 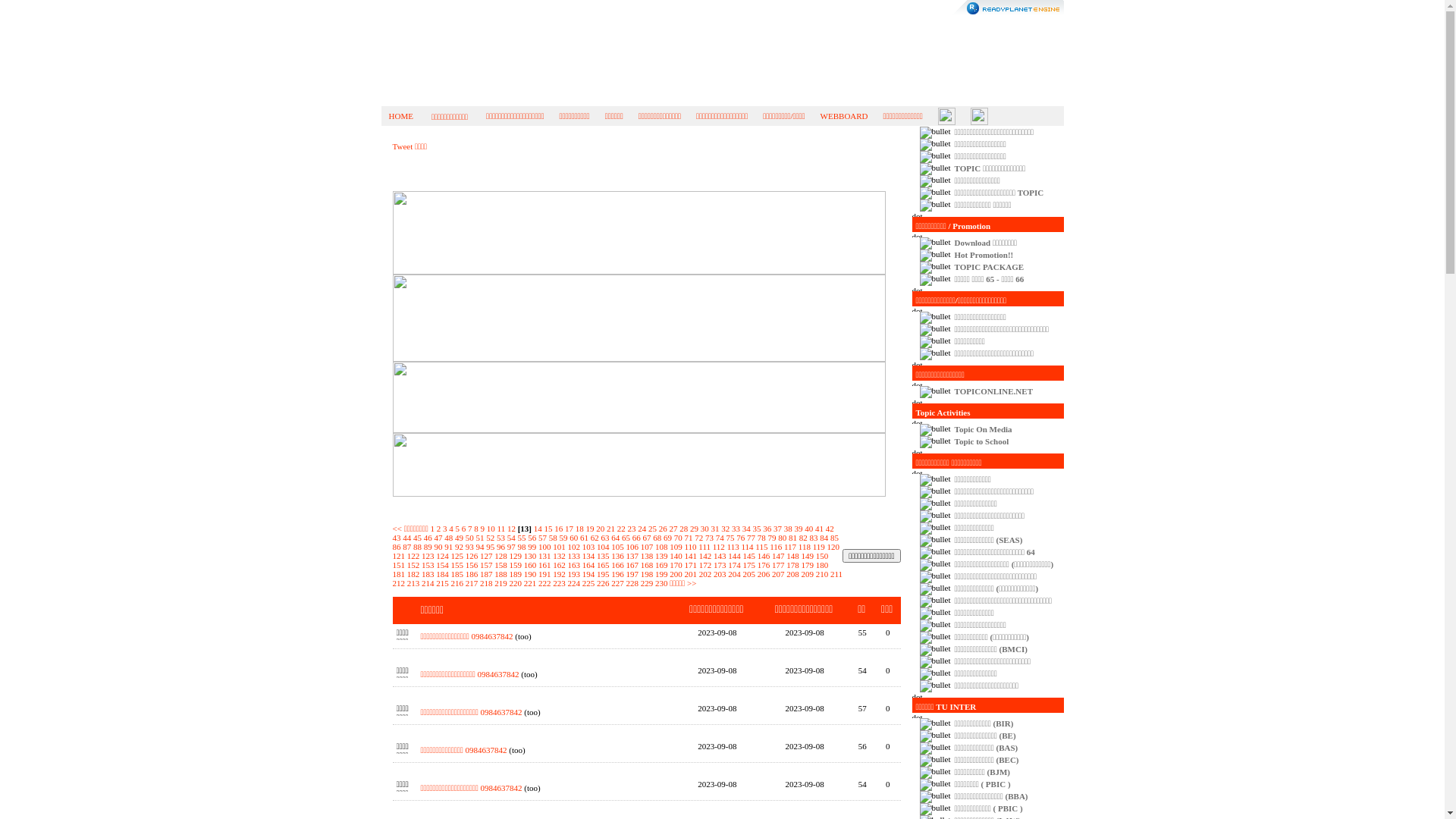 What do you see at coordinates (397, 537) in the screenshot?
I see `'43'` at bounding box center [397, 537].